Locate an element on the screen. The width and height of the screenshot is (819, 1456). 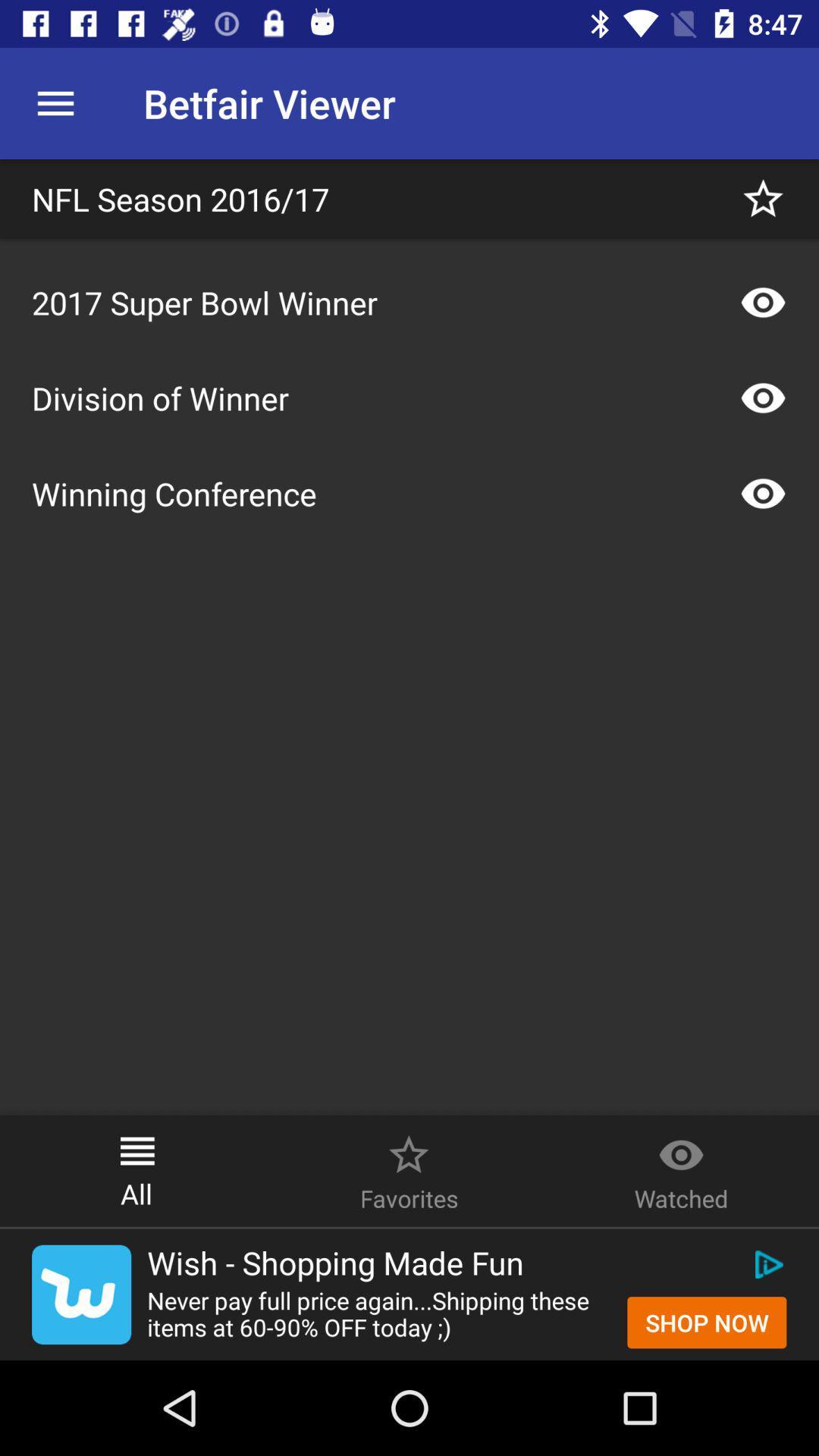
the icon next to betfair viewer icon is located at coordinates (55, 102).